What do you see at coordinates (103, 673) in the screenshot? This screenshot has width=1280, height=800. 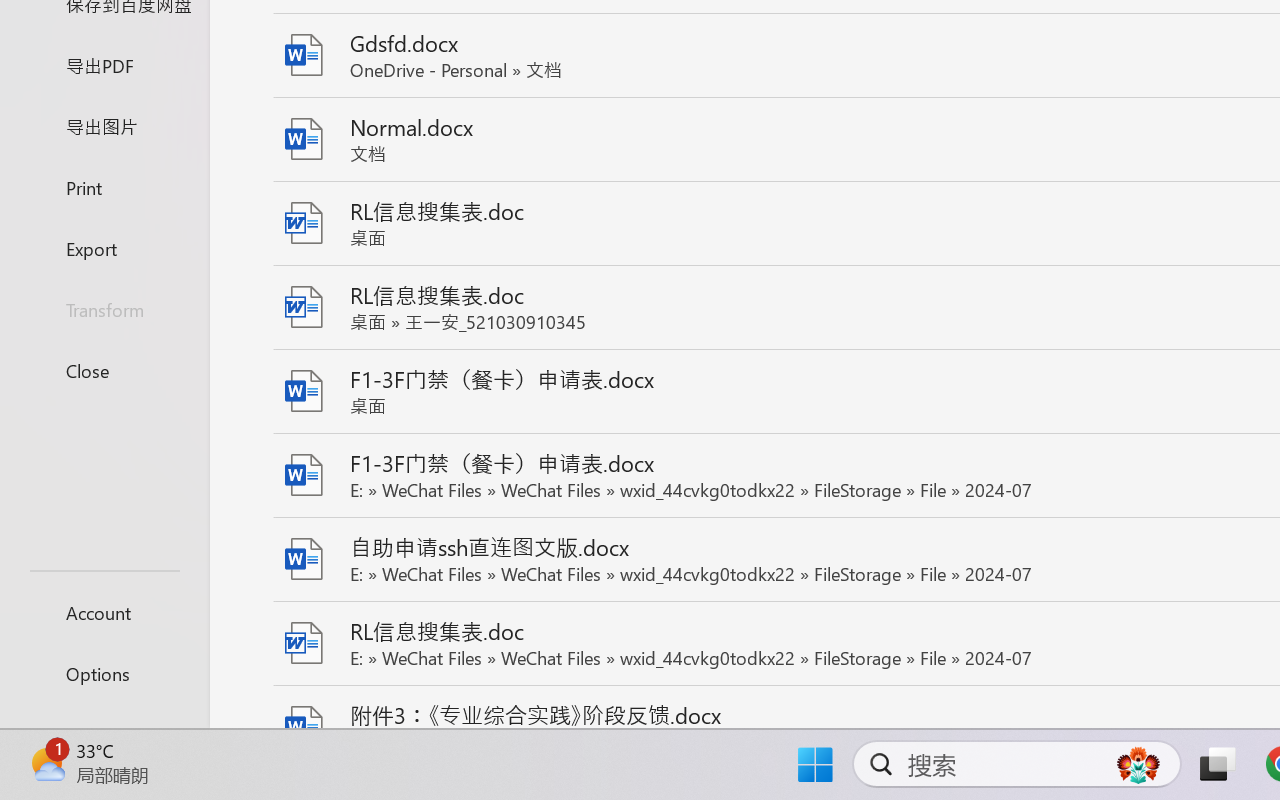 I see `'Options'` at bounding box center [103, 673].